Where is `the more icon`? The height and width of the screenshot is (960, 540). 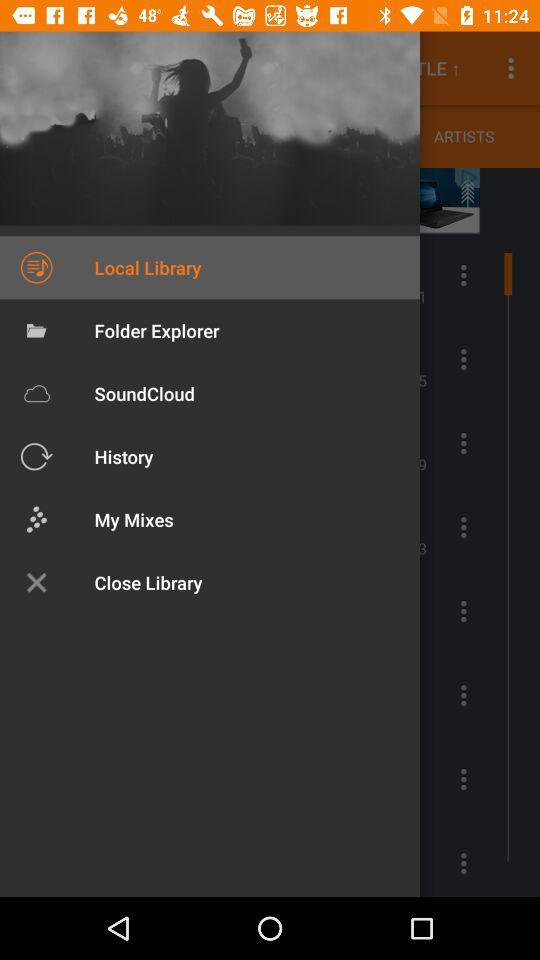
the more icon is located at coordinates (463, 862).